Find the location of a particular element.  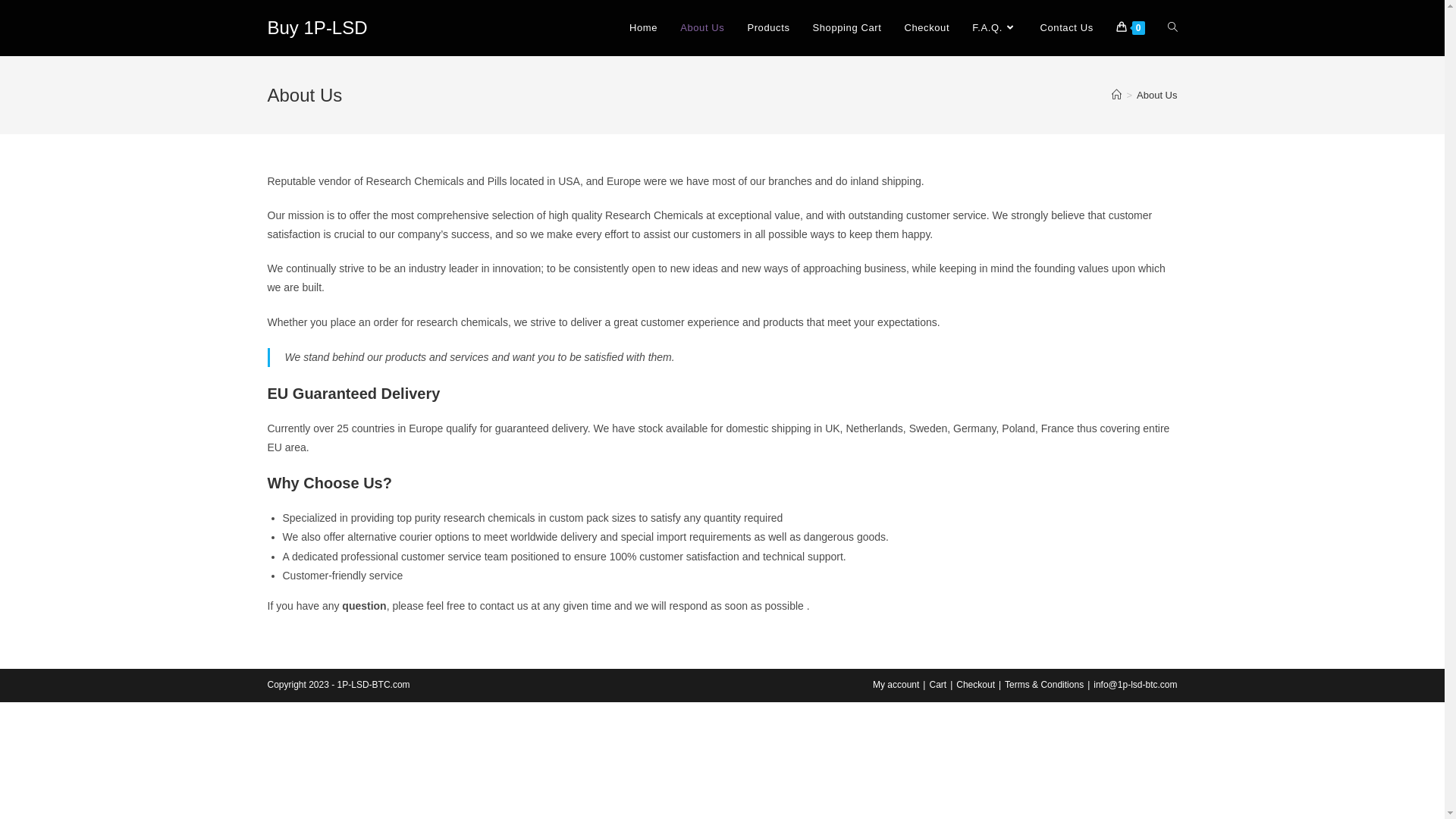

'0' is located at coordinates (1131, 28).